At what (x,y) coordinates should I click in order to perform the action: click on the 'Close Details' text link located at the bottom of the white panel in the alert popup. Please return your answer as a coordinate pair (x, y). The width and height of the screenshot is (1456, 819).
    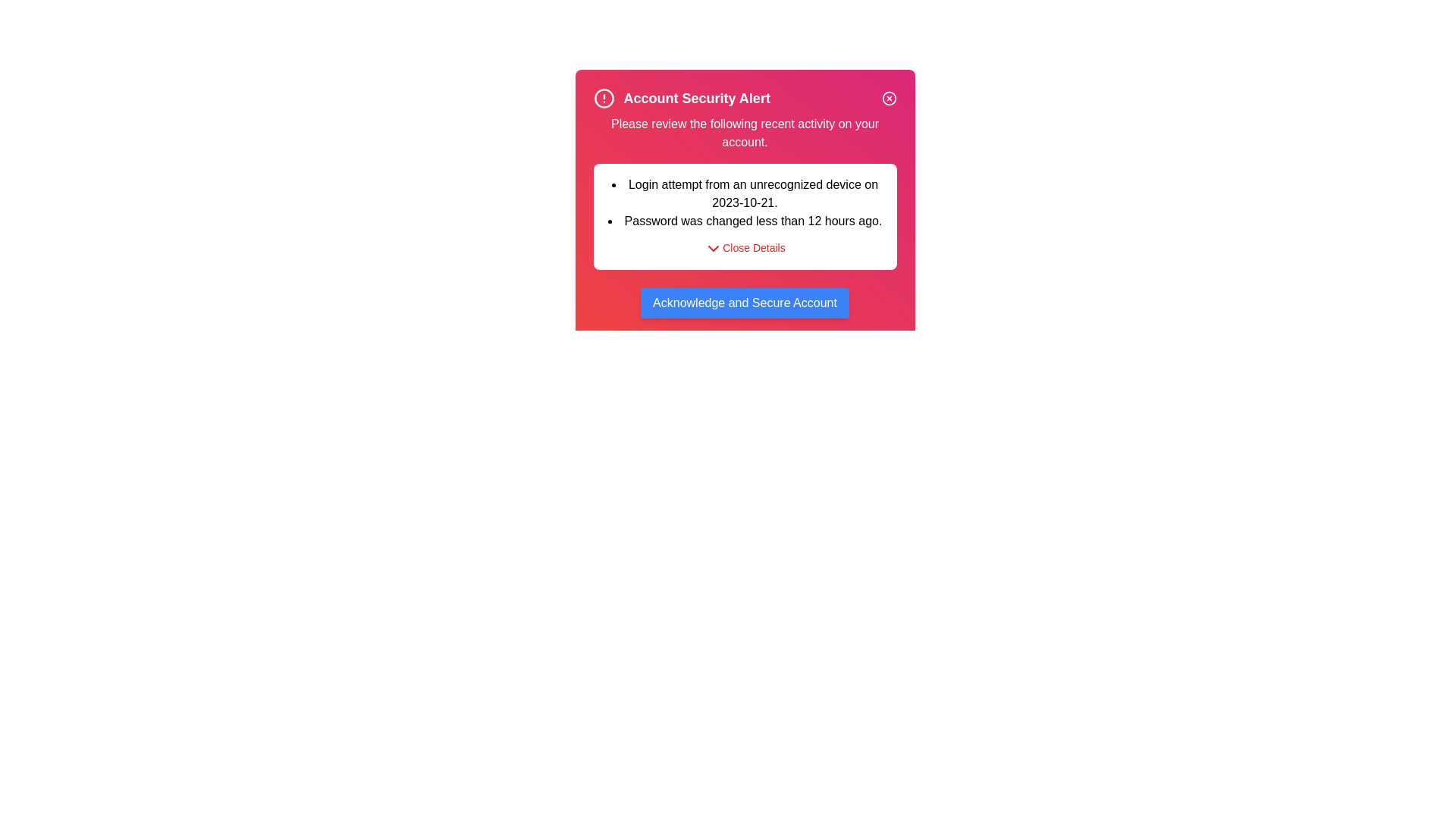
    Looking at the image, I should click on (754, 246).